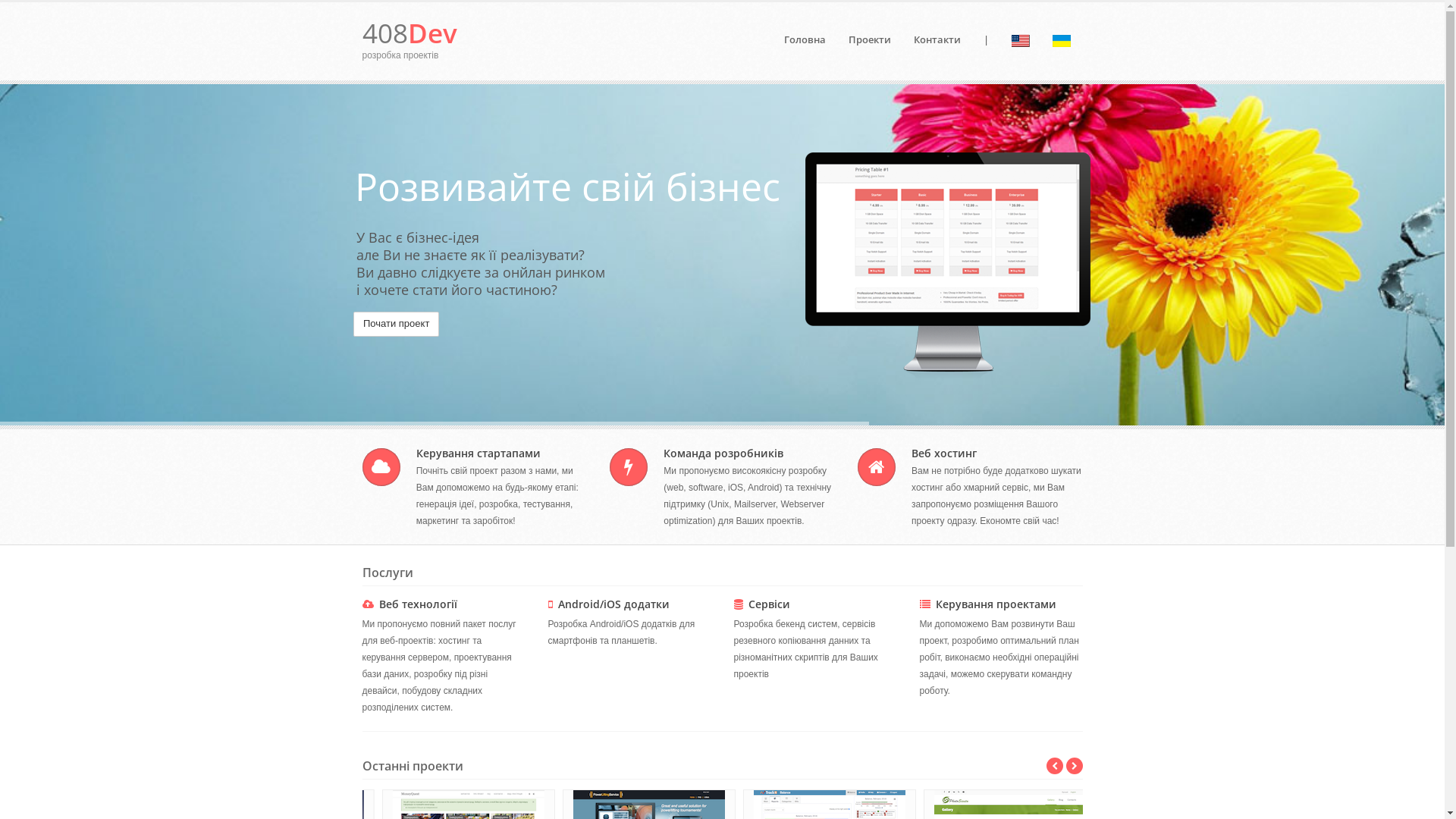 The width and height of the screenshot is (1456, 819). I want to click on '408Dev', so click(409, 33).